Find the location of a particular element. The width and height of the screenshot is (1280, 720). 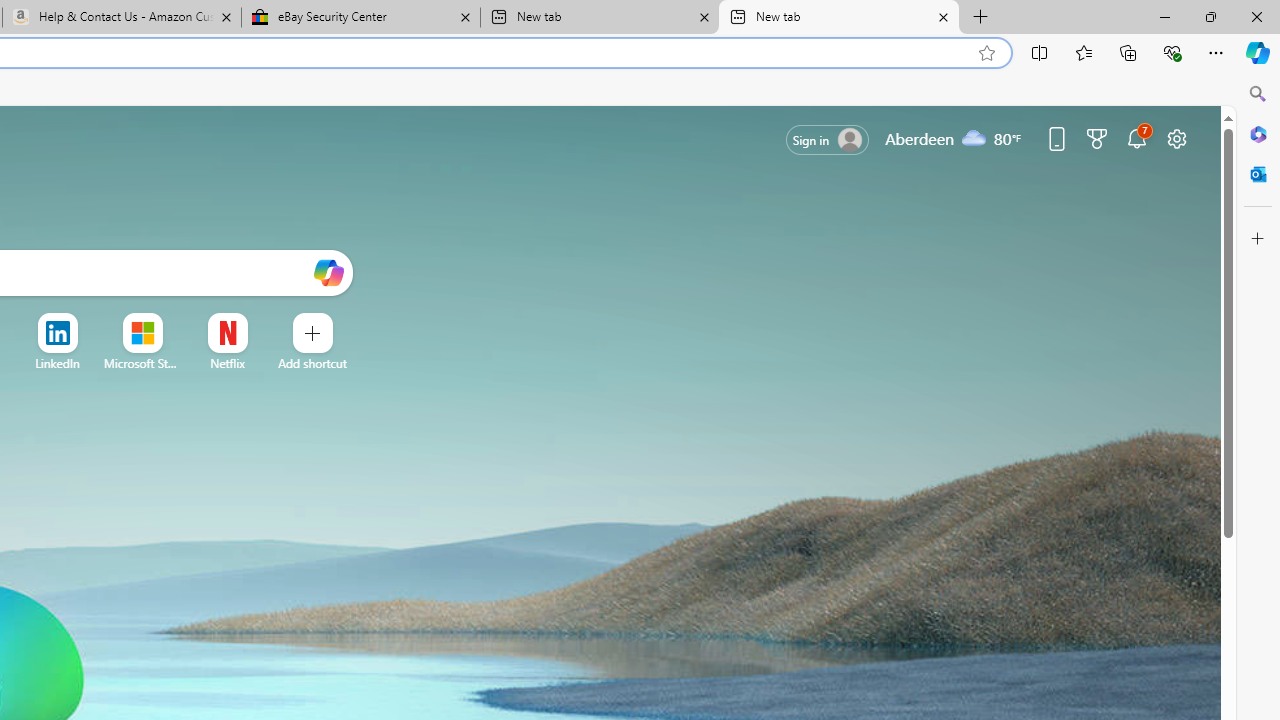

'eBay Security Center' is located at coordinates (360, 17).